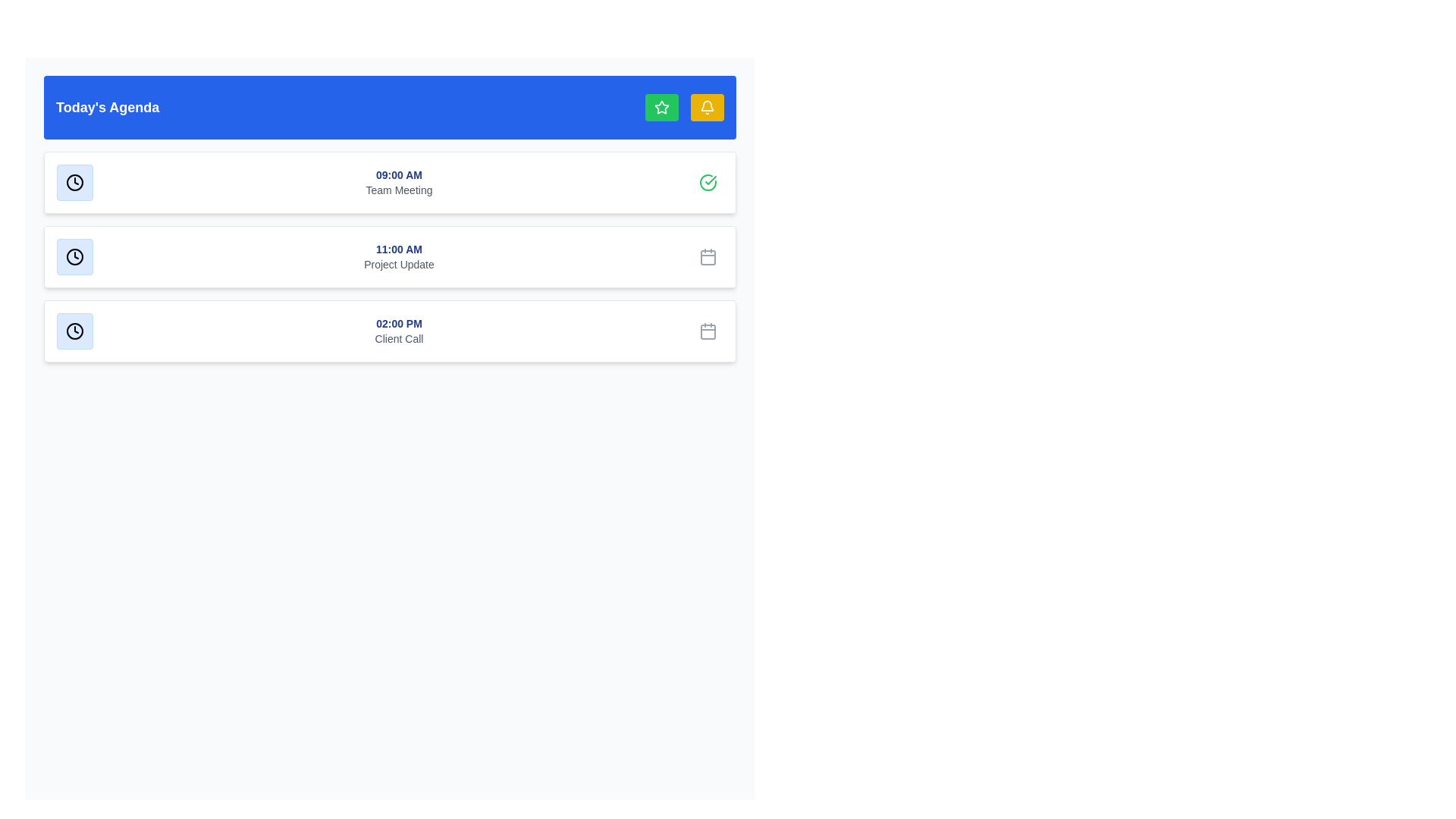 This screenshot has height=819, width=1456. Describe the element at coordinates (74, 330) in the screenshot. I see `the clock icon with a circular outline located in the top-left corner of the third event entry in 'Today's Agenda'` at that location.